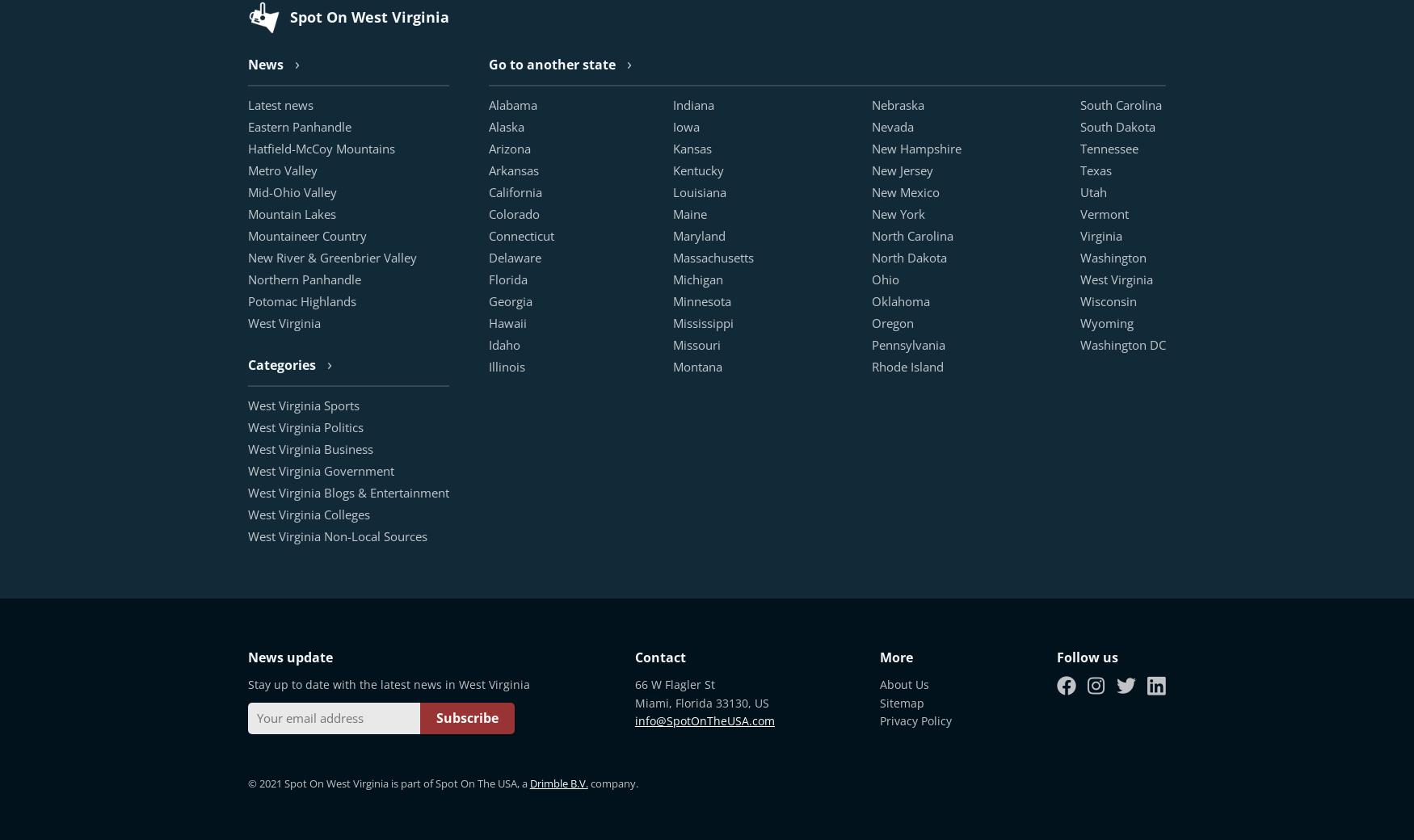  I want to click on 'West Virginia Business', so click(309, 447).